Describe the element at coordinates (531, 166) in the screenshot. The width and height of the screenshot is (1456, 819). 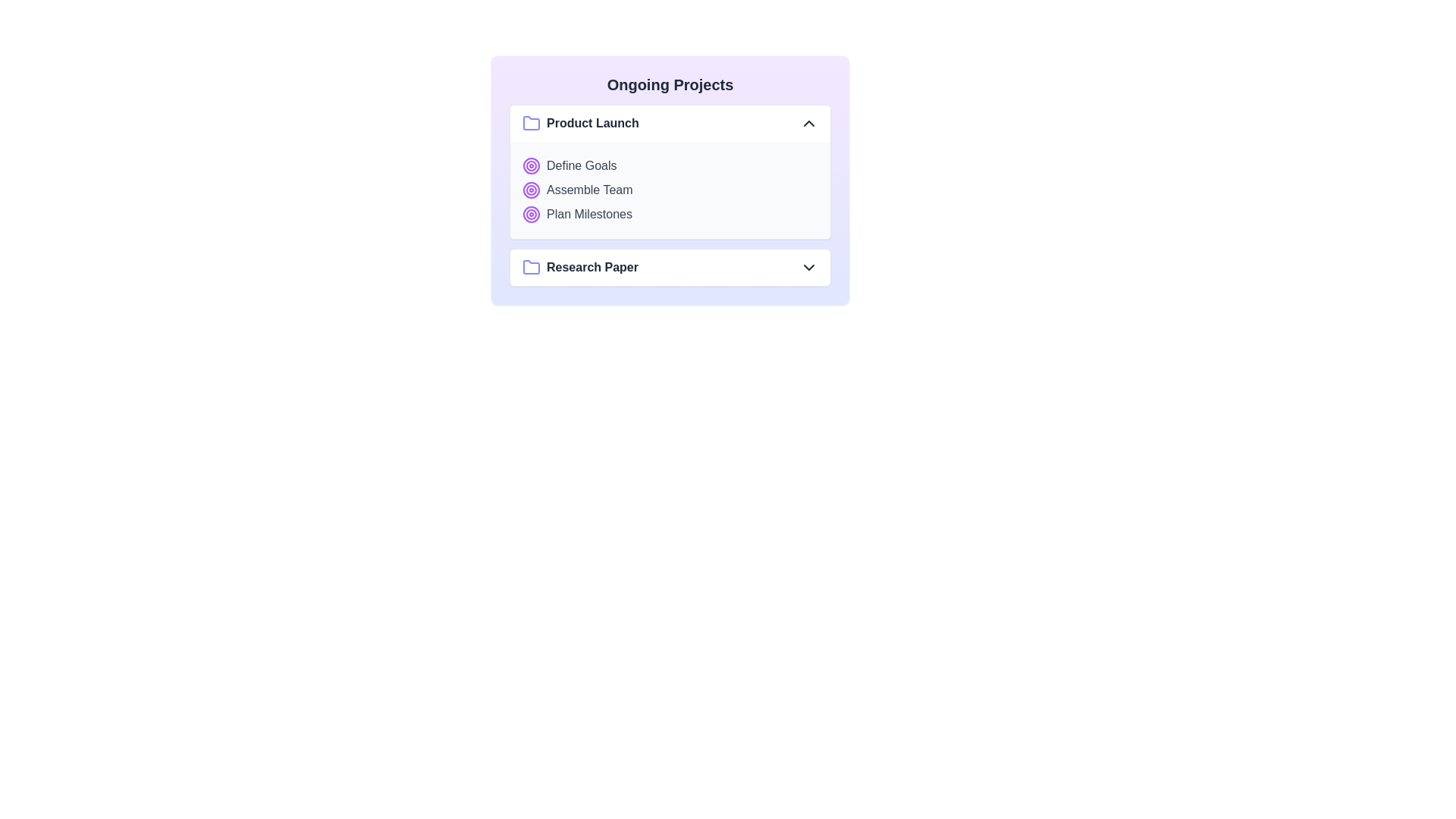
I see `the target icon for the Product Launch project` at that location.